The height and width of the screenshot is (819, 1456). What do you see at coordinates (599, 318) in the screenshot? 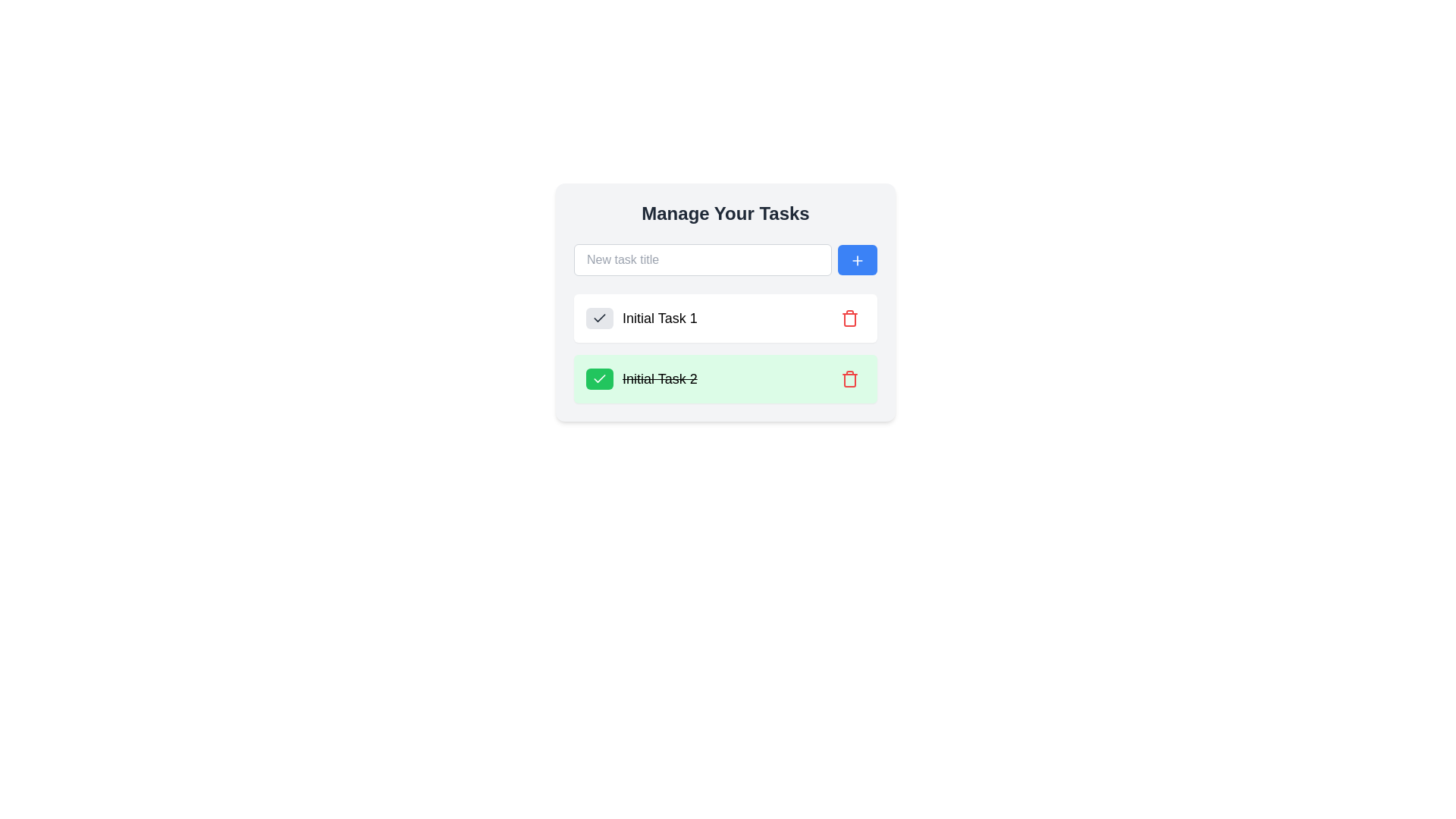
I see `the completion status icon for 'Initial Task 2', which is located within a green background box, positioned left of the text 'Initial Task 2'` at bounding box center [599, 318].